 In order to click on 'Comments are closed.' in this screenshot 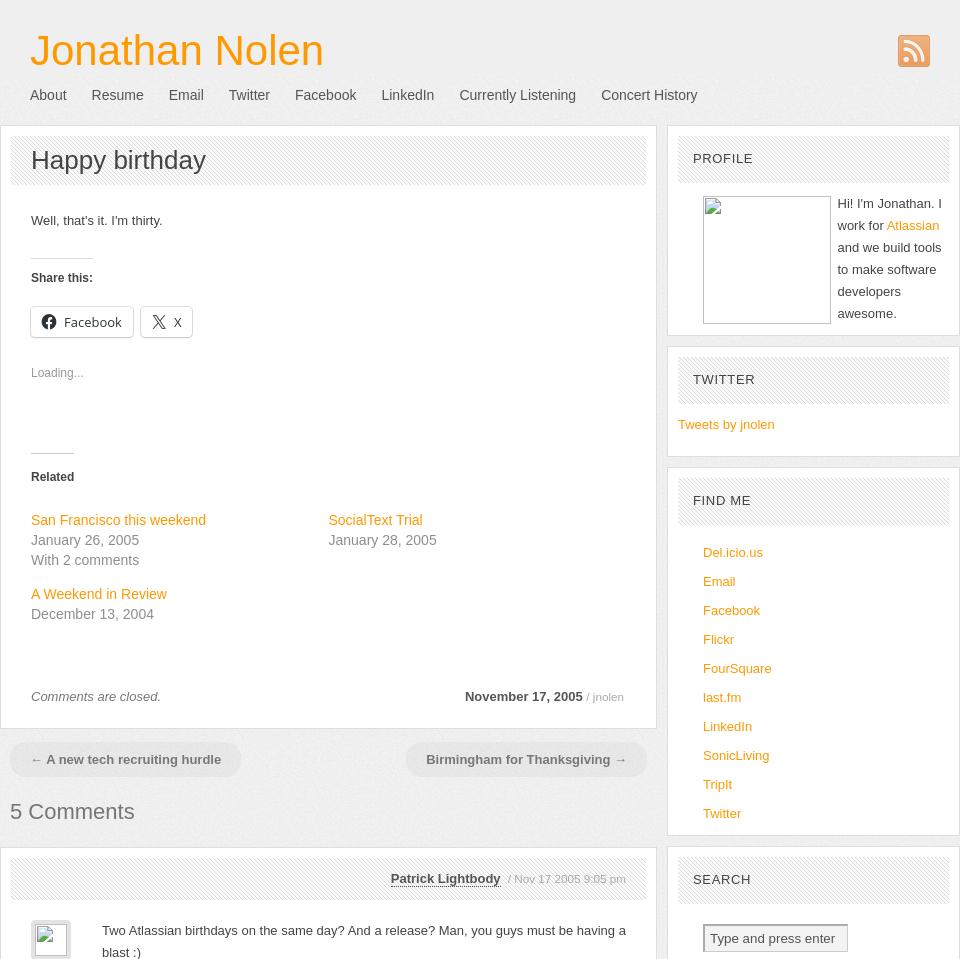, I will do `click(96, 695)`.